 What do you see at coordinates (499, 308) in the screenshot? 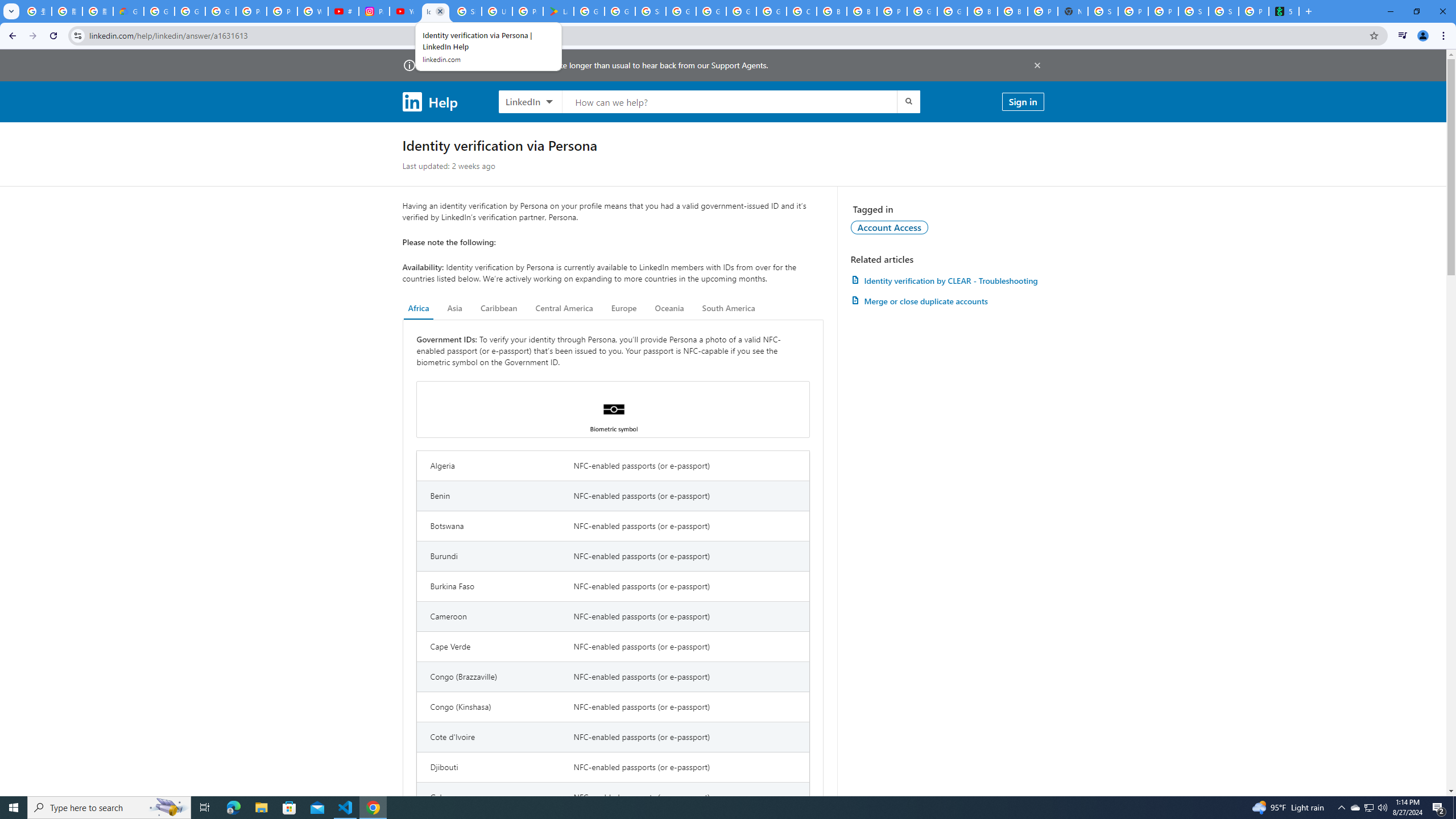
I see `'Caribbean'` at bounding box center [499, 308].